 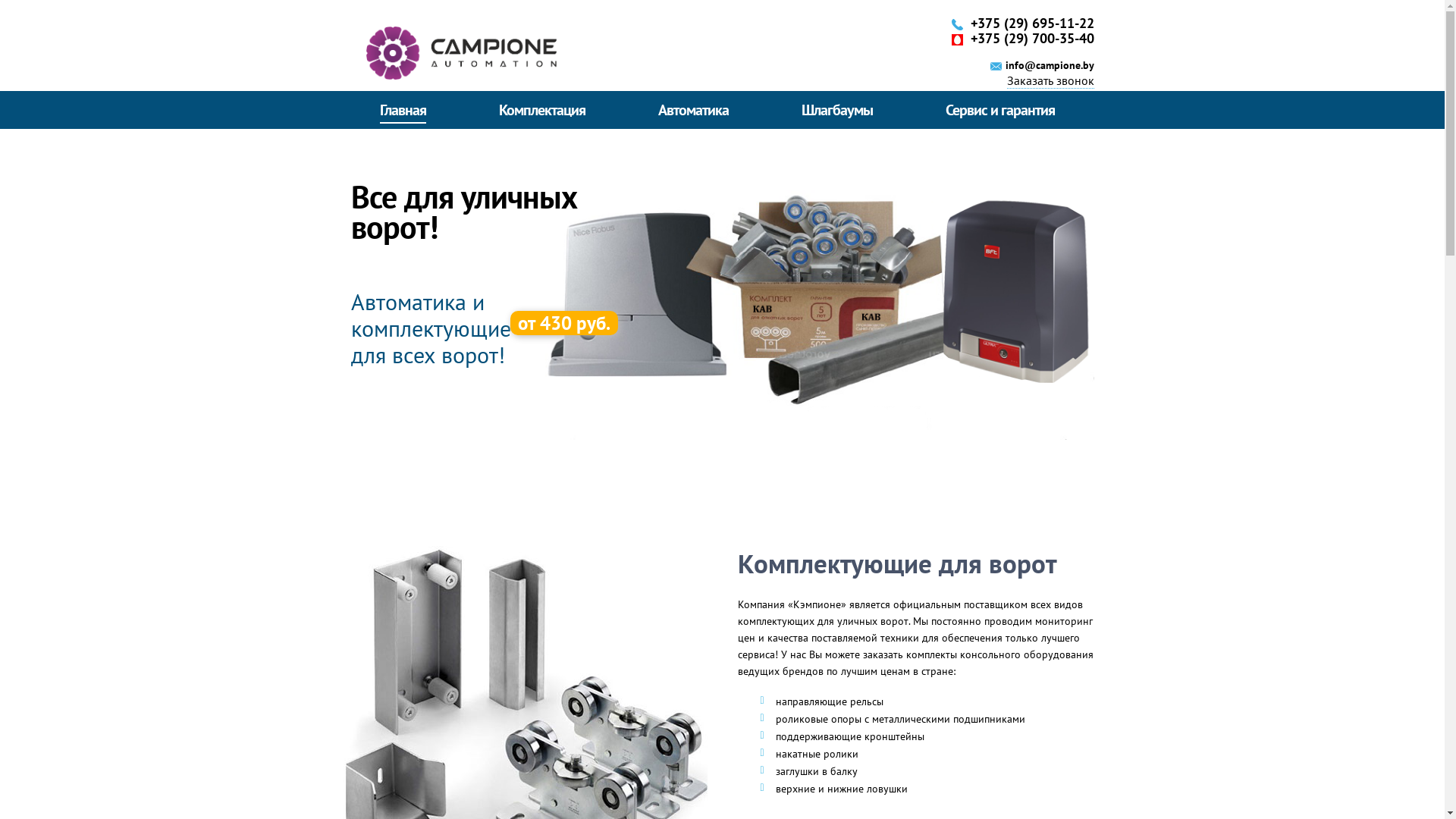 What do you see at coordinates (971, 23) in the screenshot?
I see `'+375 (29) 695-11-22'` at bounding box center [971, 23].